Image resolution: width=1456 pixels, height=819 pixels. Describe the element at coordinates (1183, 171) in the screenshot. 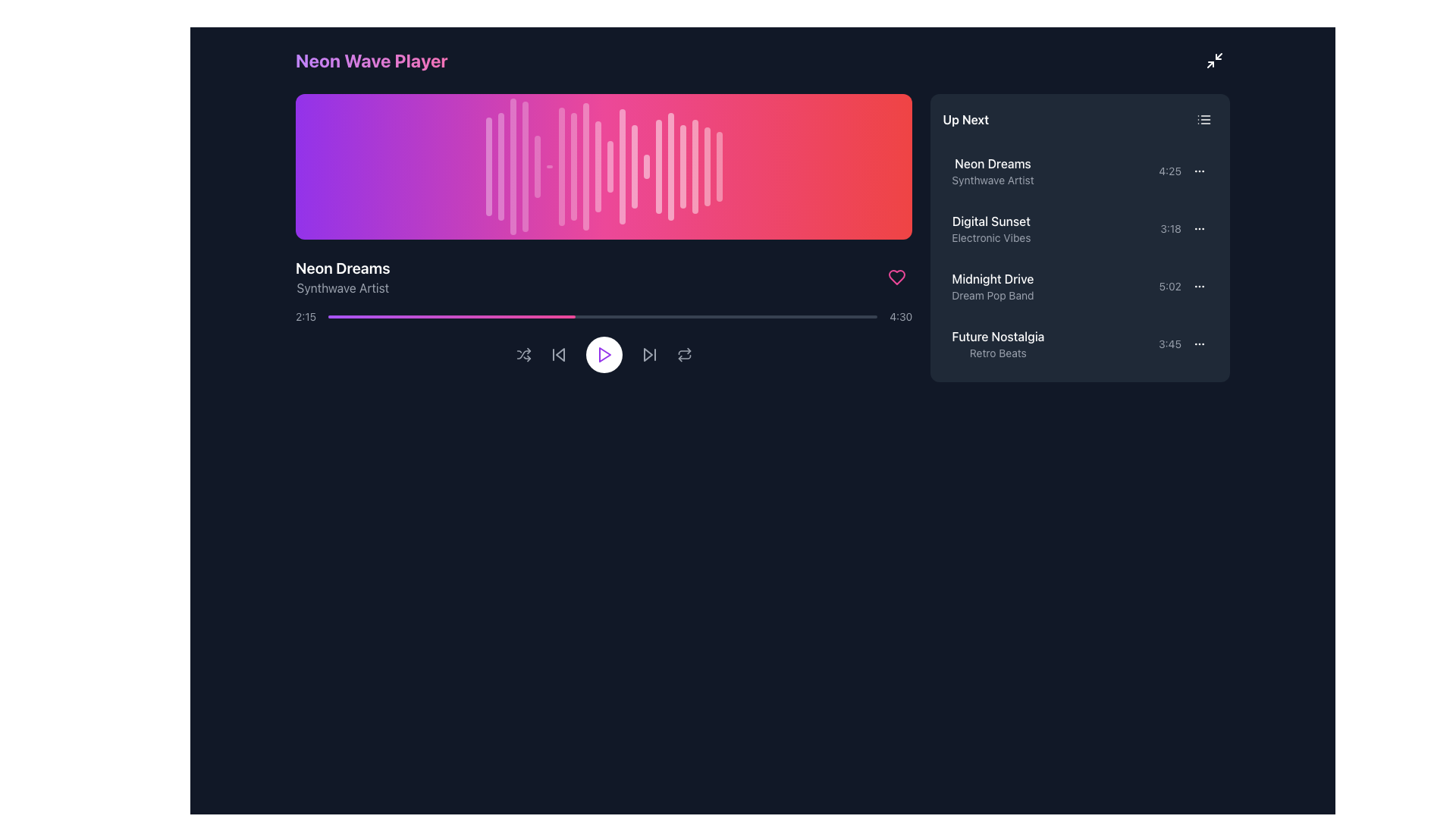

I see `the text label that indicates the duration of the 'Neon Dreams' track in the playlist, located on the right-hand side of the list item in the 'Up Next' section` at that location.